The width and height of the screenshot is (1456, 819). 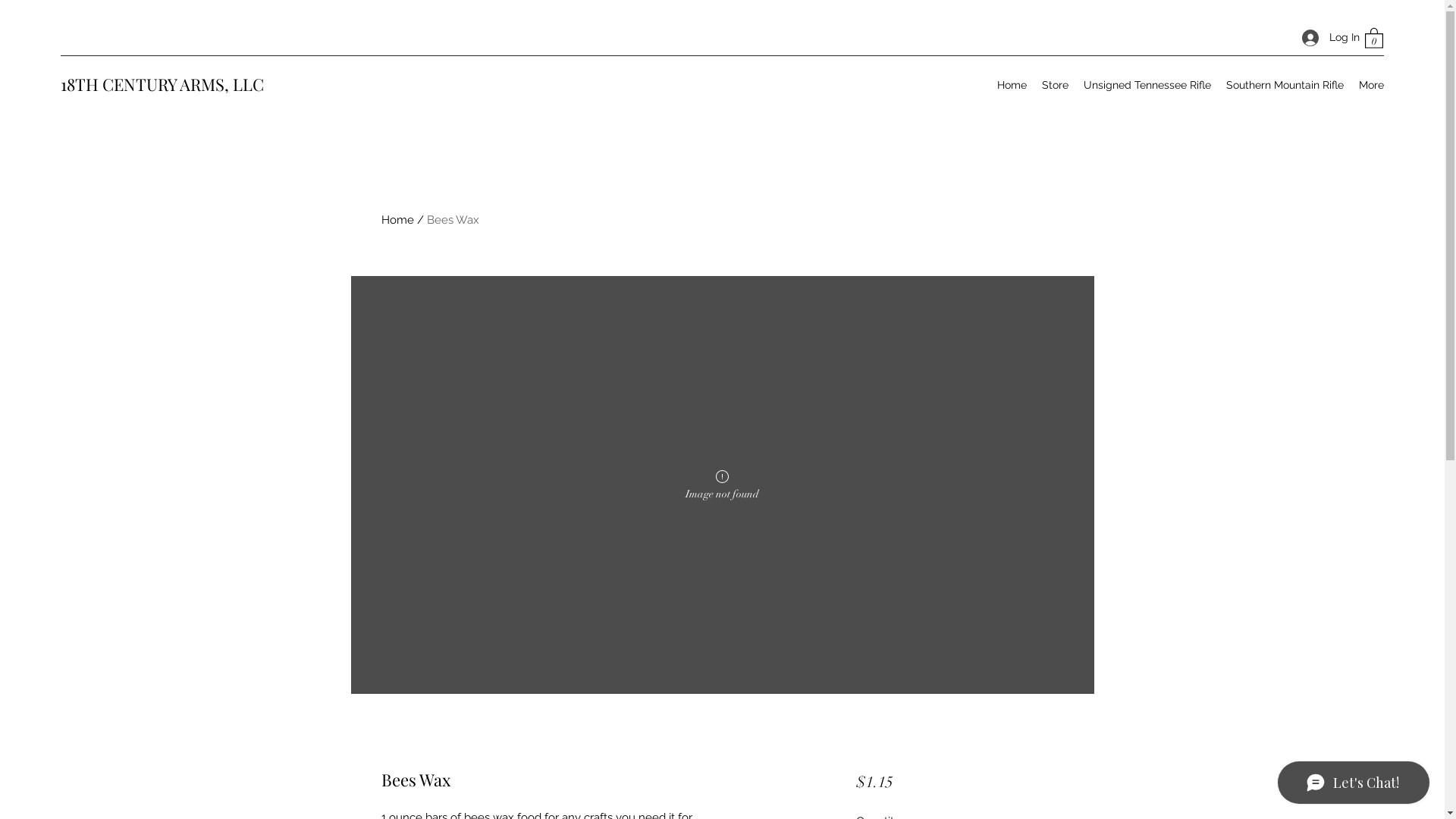 What do you see at coordinates (1373, 36) in the screenshot?
I see `'0'` at bounding box center [1373, 36].